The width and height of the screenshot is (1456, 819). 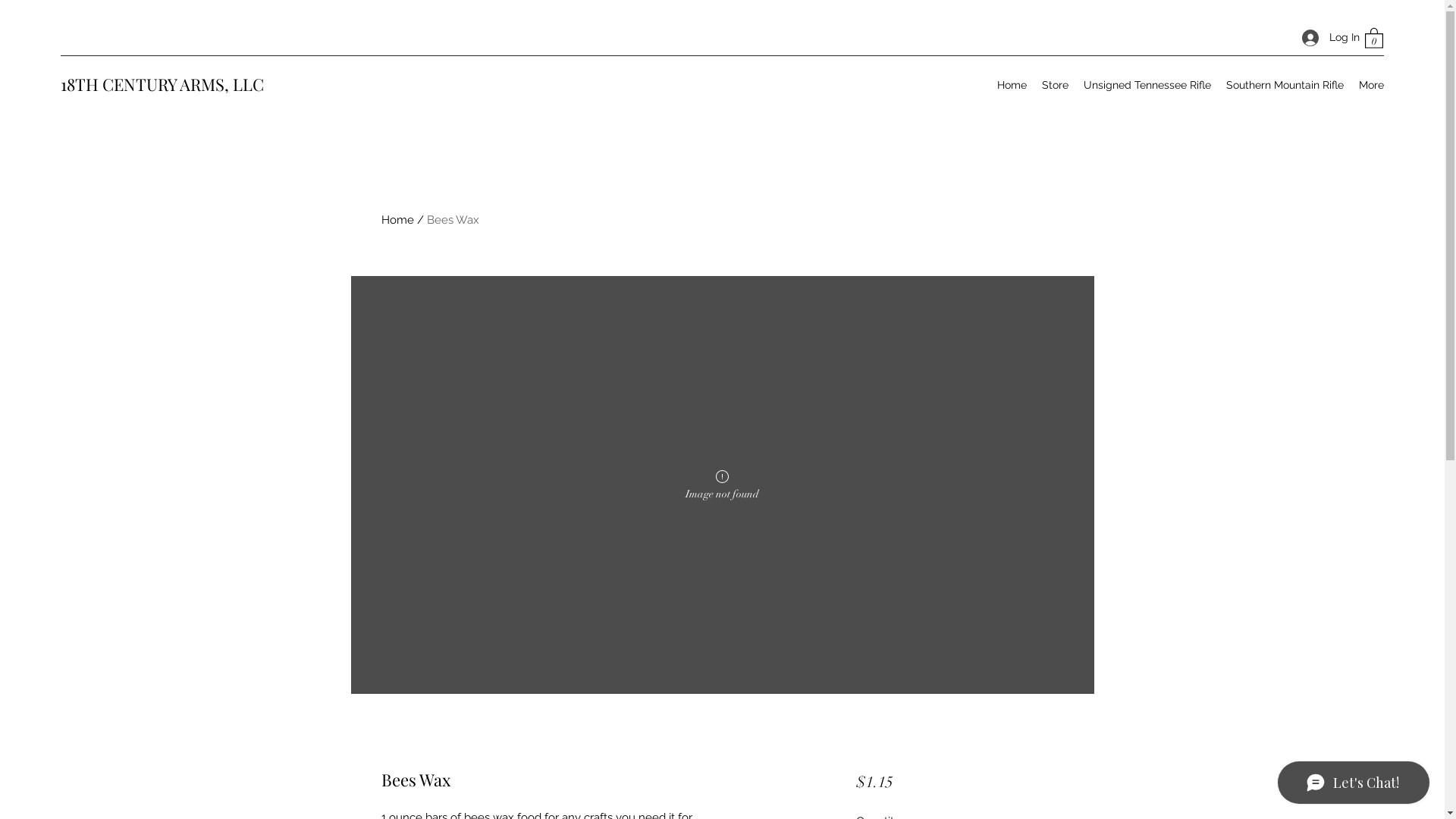 What do you see at coordinates (1373, 36) in the screenshot?
I see `'0'` at bounding box center [1373, 36].